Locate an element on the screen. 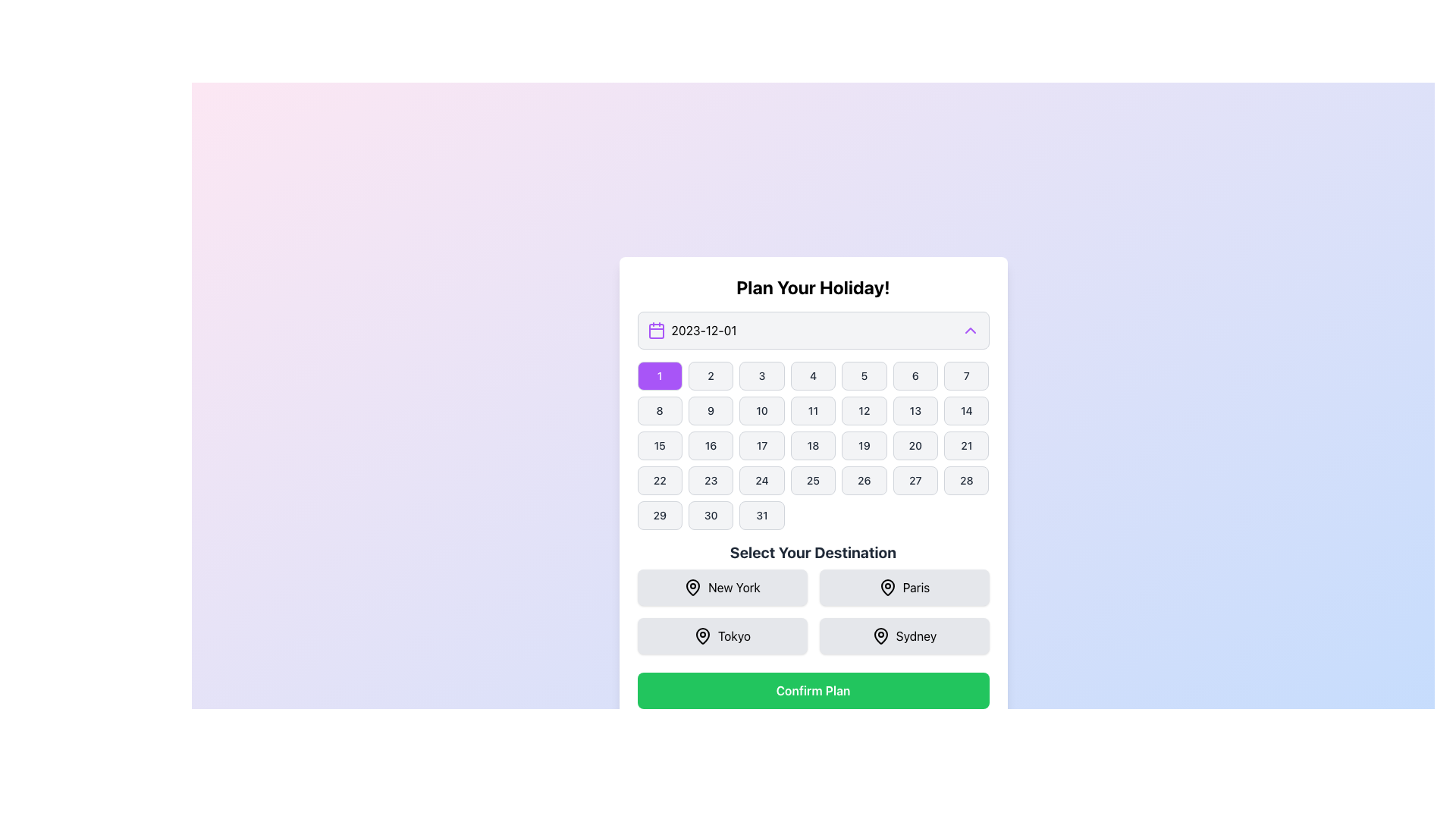  the 'Tokyo' destination icon, which is the visual indicator in the second row, first column of the destination selection buttons, located below the 'Select Your Destination' heading is located at coordinates (701, 635).